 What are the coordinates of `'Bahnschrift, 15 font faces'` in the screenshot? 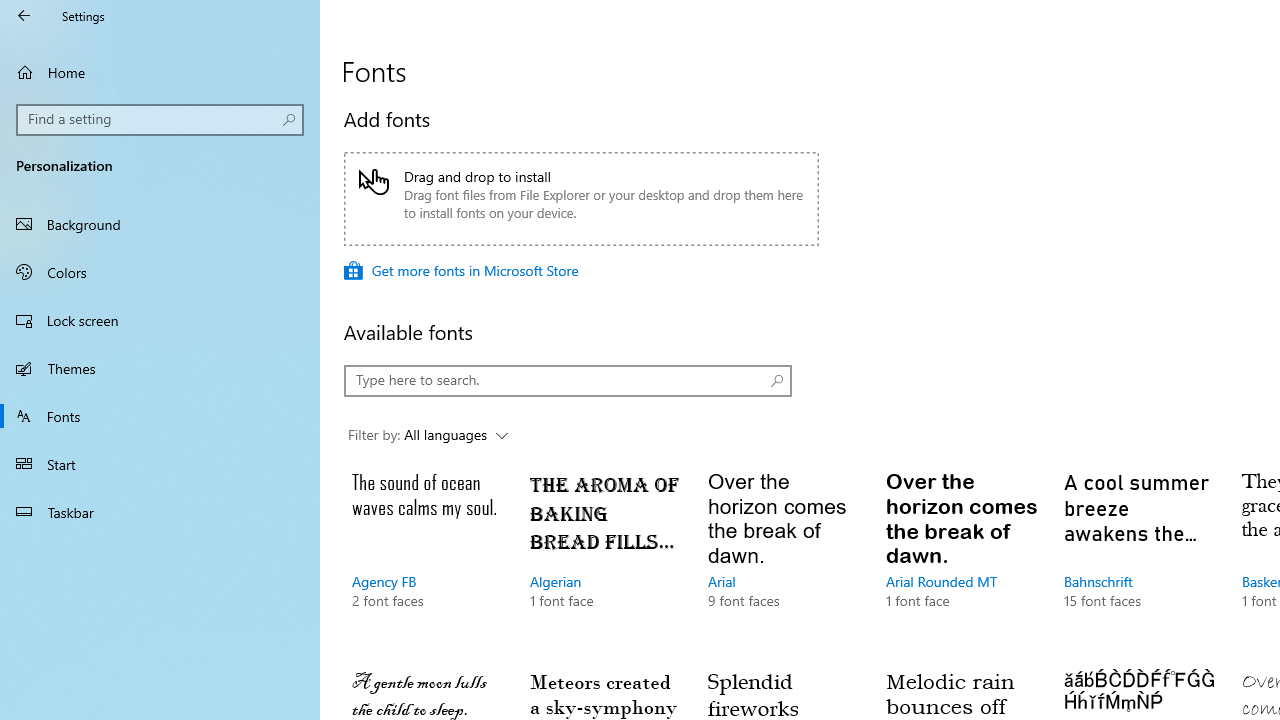 It's located at (1139, 560).